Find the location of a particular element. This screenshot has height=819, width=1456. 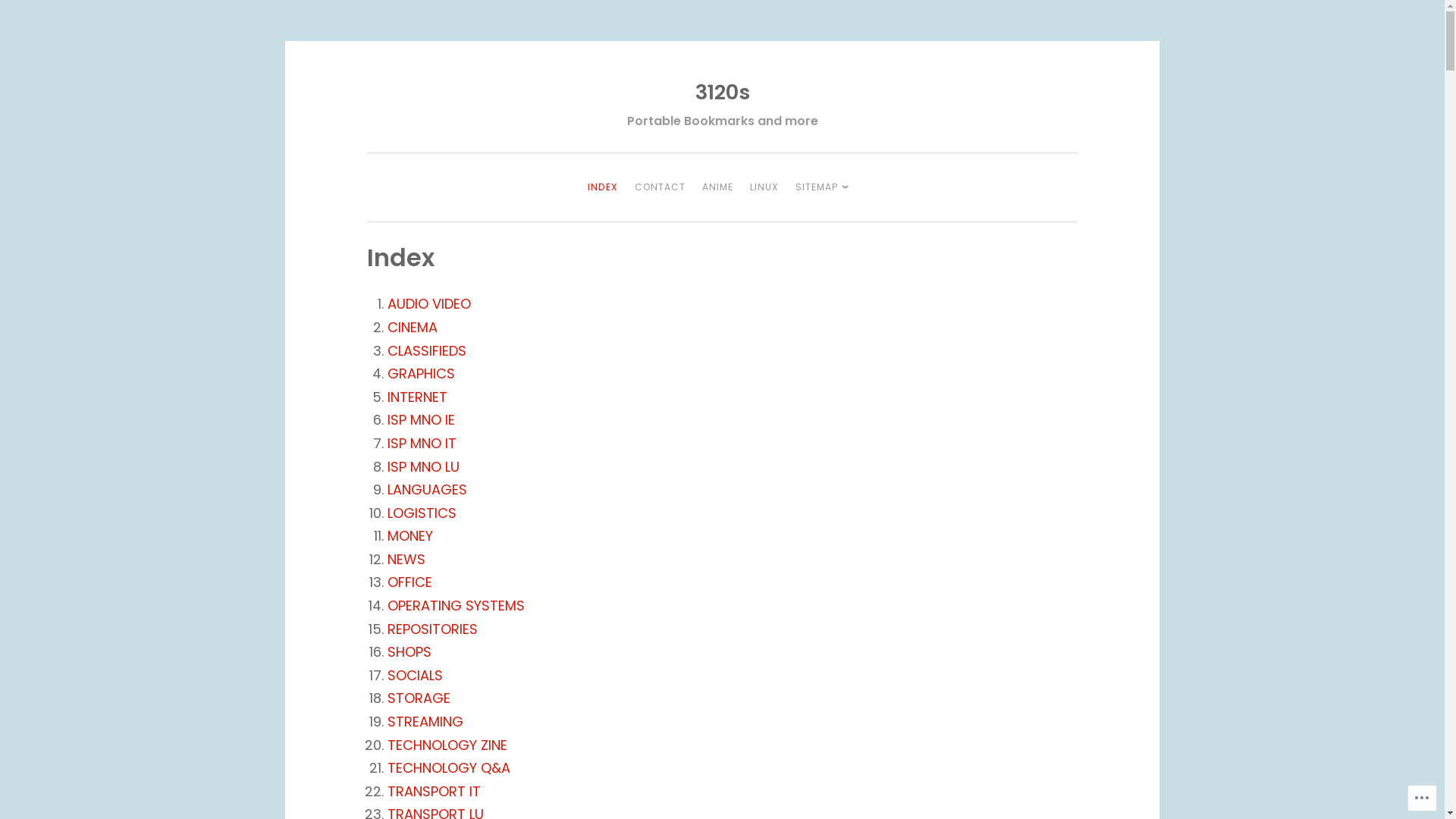

'ANIME' is located at coordinates (717, 186).